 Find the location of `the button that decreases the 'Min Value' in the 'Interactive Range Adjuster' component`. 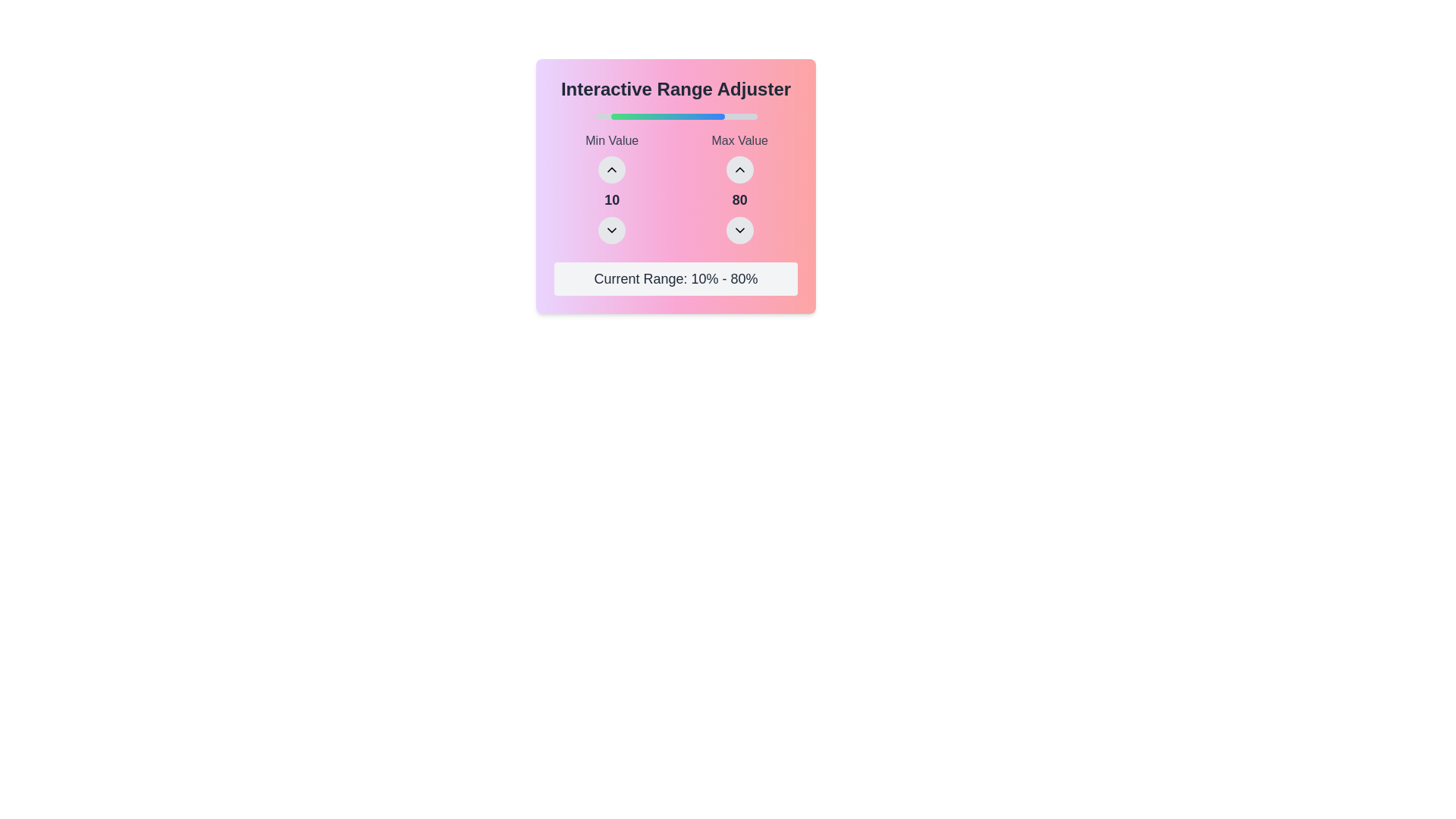

the button that decreases the 'Min Value' in the 'Interactive Range Adjuster' component is located at coordinates (612, 231).